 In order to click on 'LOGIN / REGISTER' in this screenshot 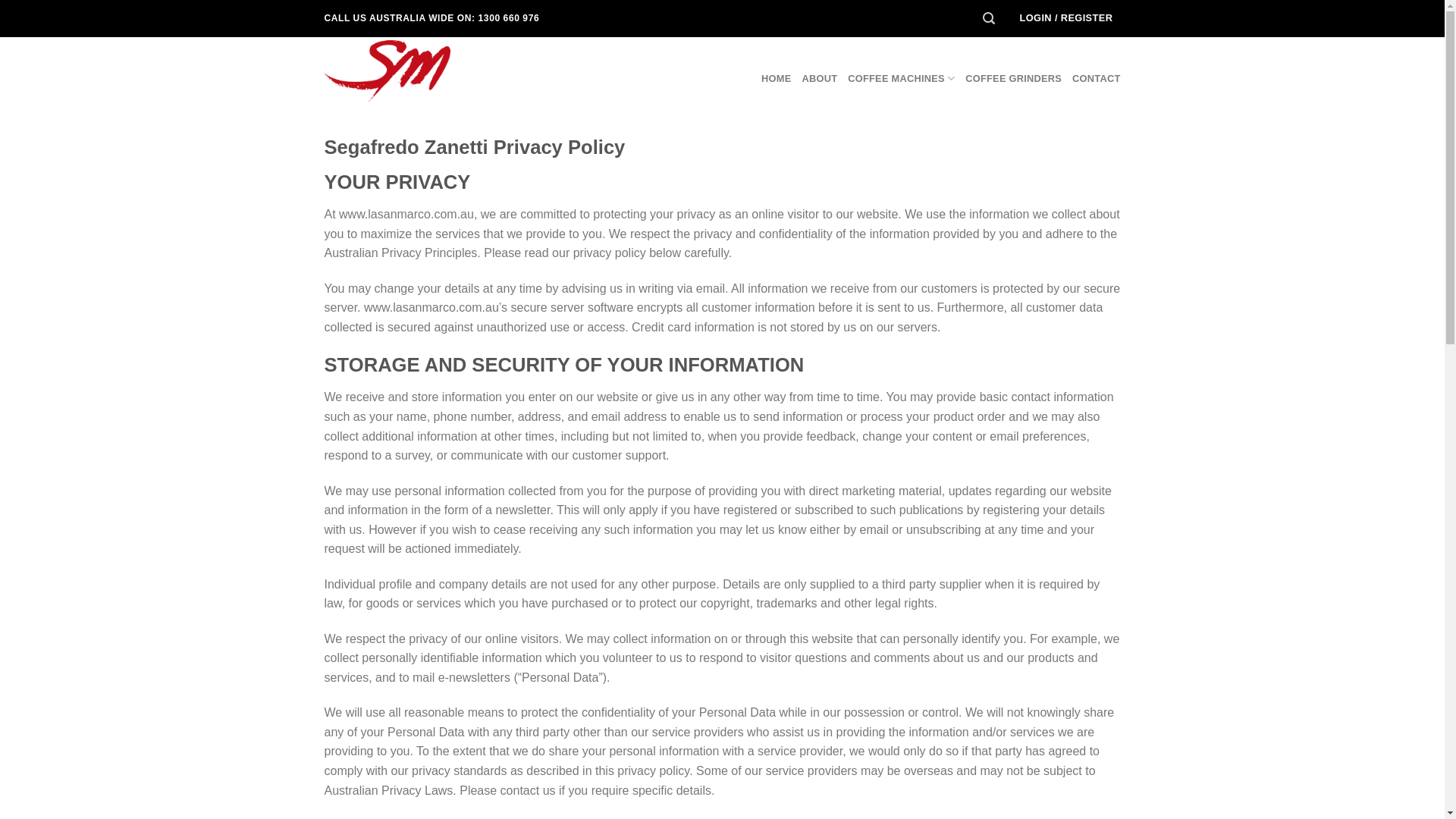, I will do `click(1065, 18)`.